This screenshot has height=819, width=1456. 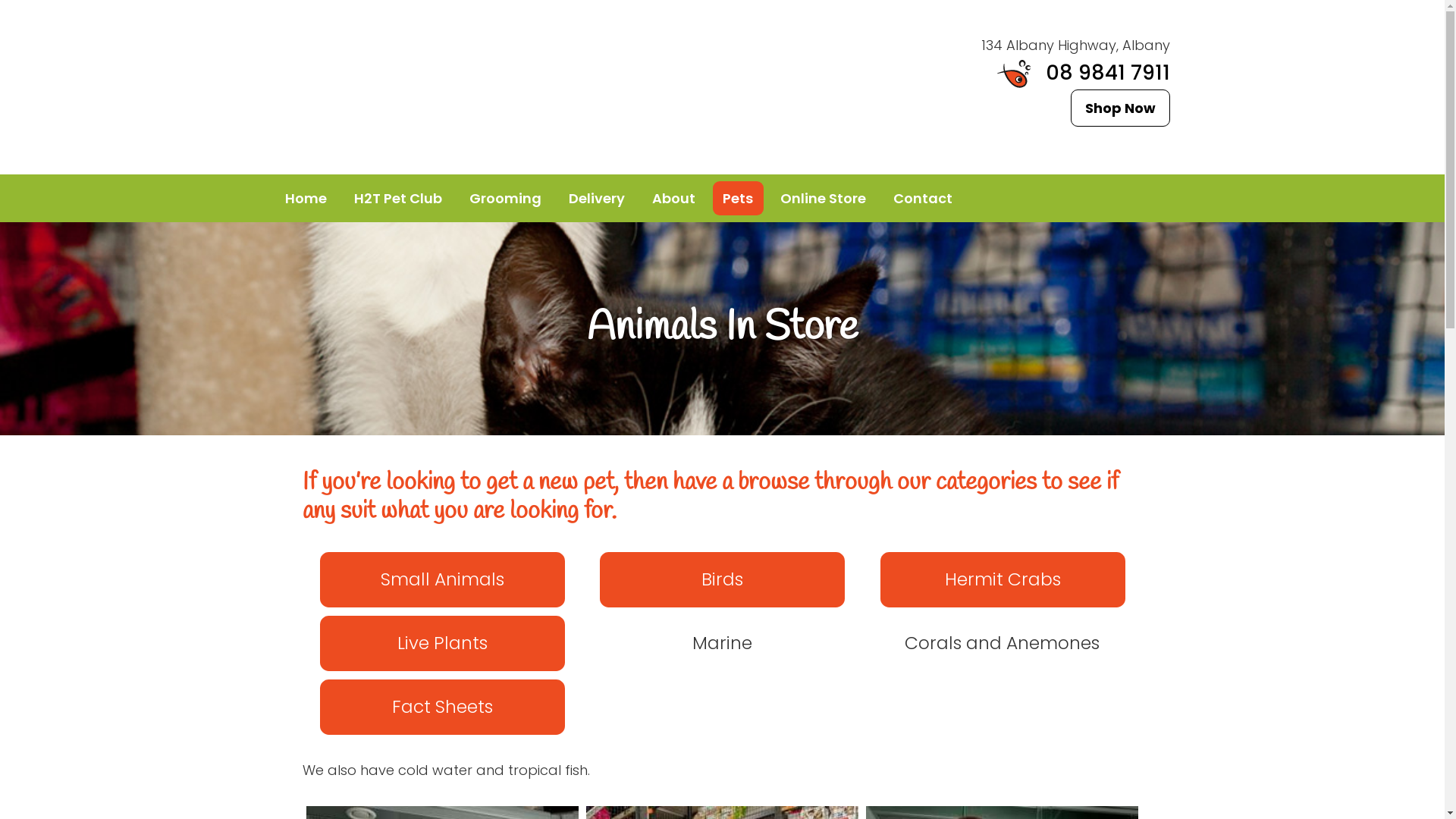 I want to click on 'Shop Now', so click(x=1069, y=107).